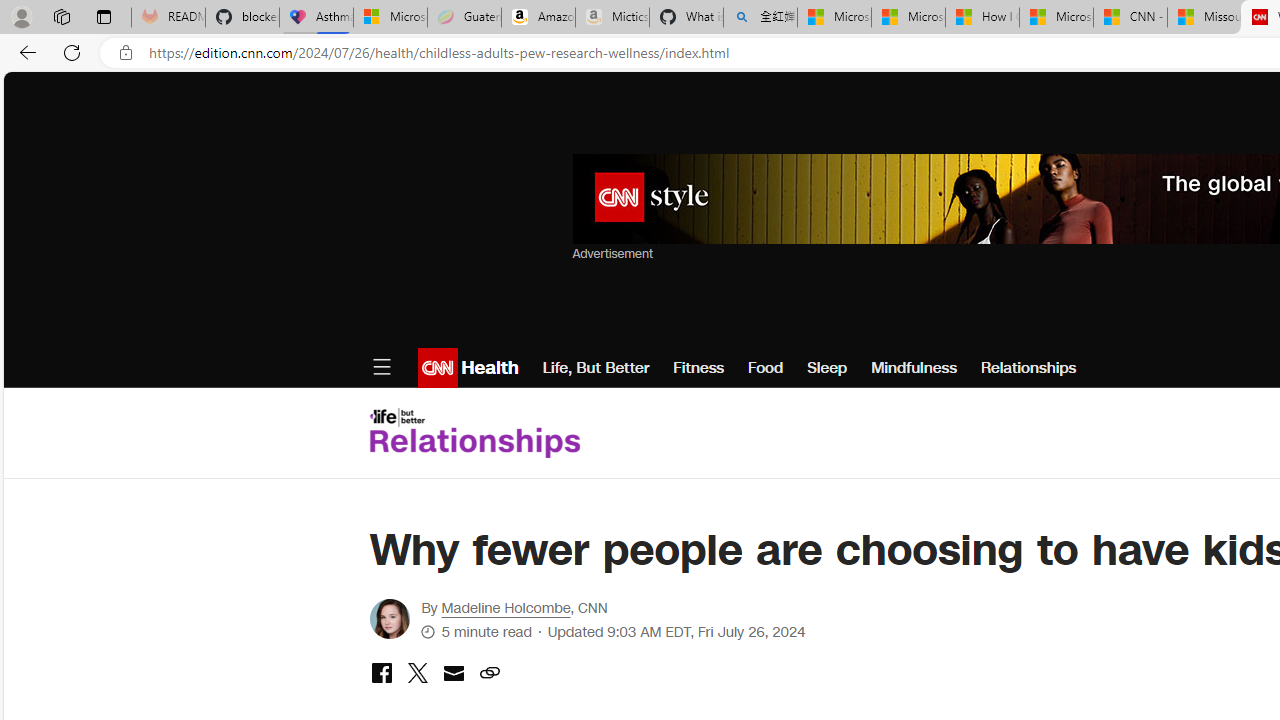 The width and height of the screenshot is (1280, 720). I want to click on 'share with facebook', so click(381, 674).